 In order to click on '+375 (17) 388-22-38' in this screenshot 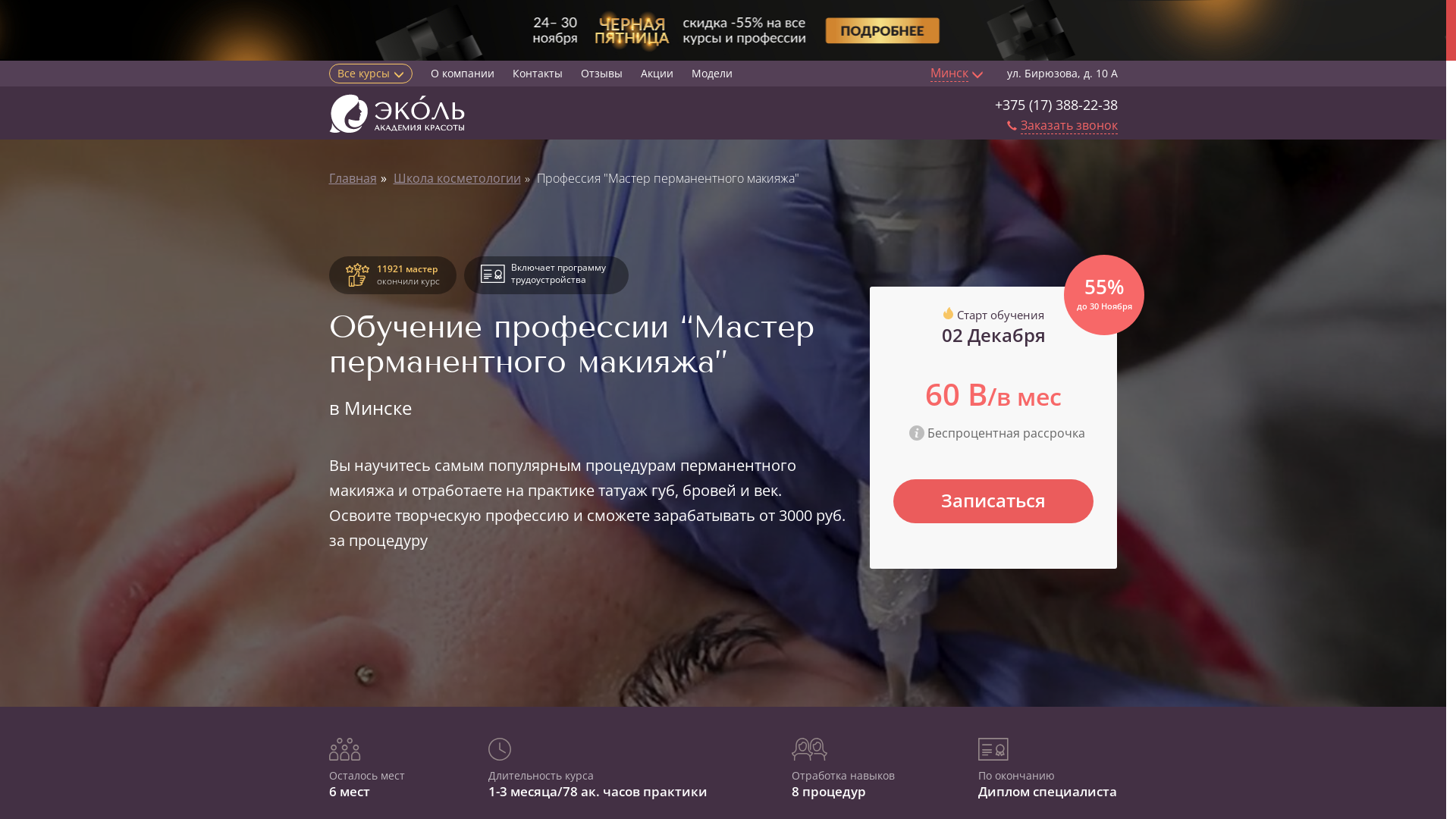, I will do `click(994, 104)`.